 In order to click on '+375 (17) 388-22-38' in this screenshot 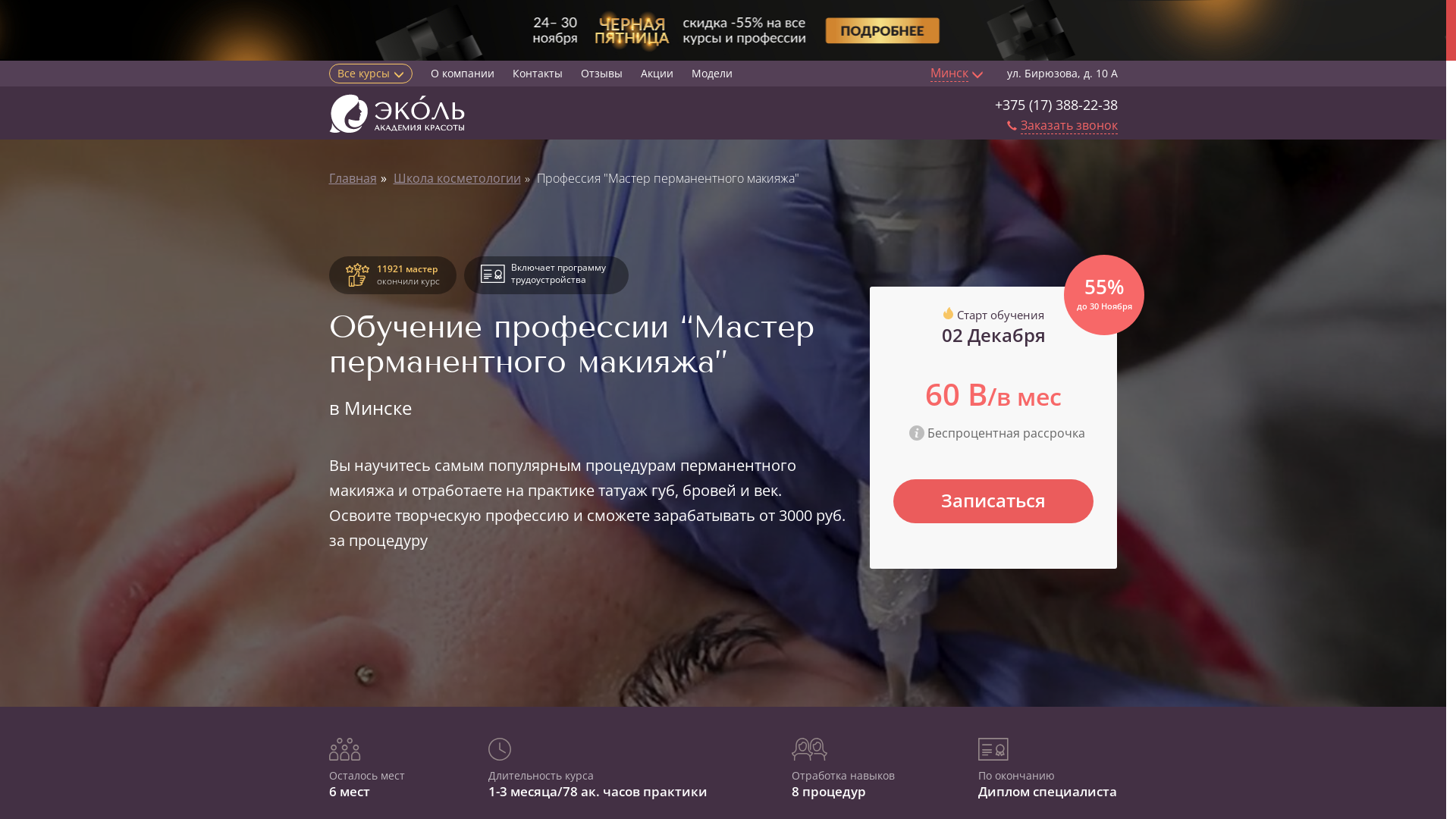, I will do `click(994, 104)`.